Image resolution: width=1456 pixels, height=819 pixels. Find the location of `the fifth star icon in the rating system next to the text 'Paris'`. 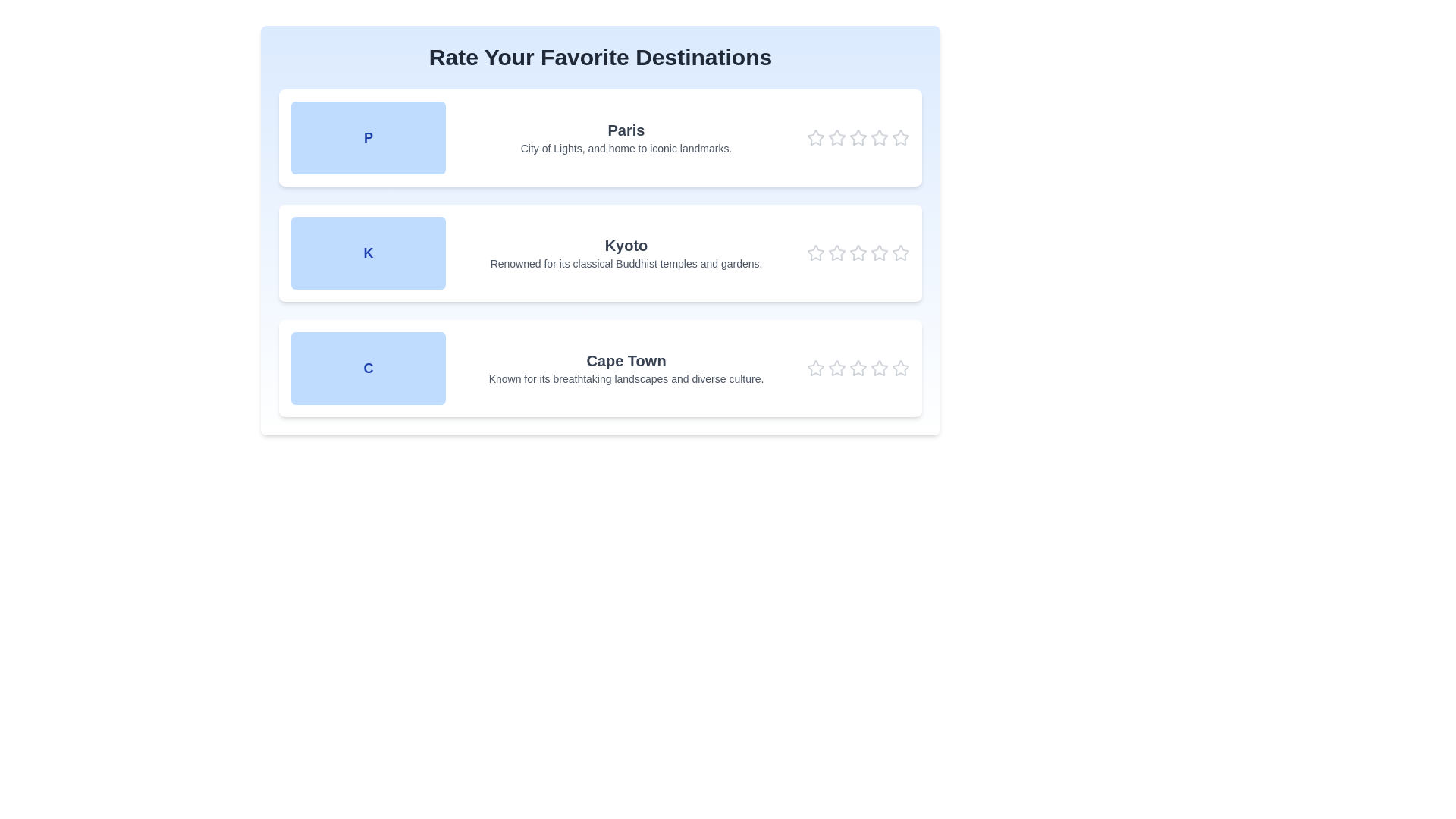

the fifth star icon in the rating system next to the text 'Paris' is located at coordinates (901, 137).